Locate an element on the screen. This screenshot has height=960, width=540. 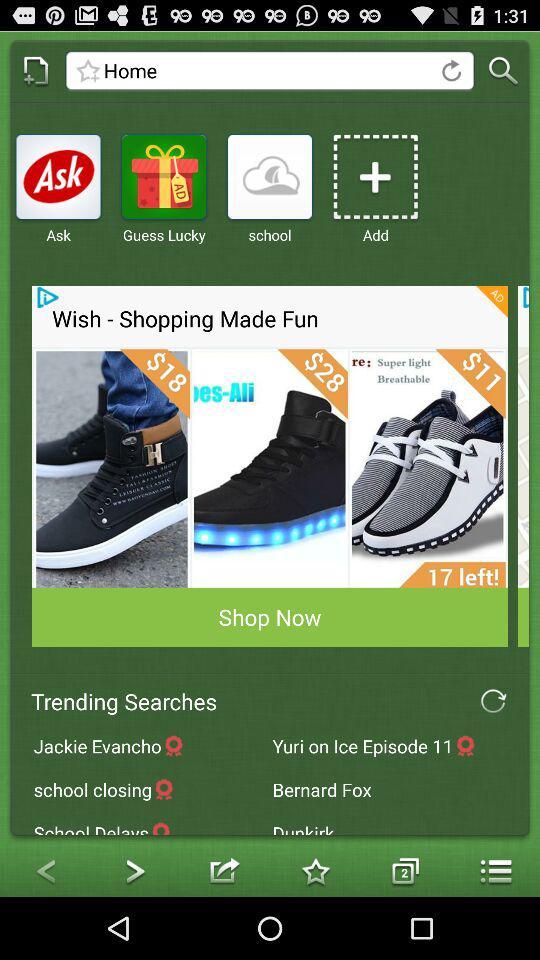
the refresh icon is located at coordinates (492, 749).